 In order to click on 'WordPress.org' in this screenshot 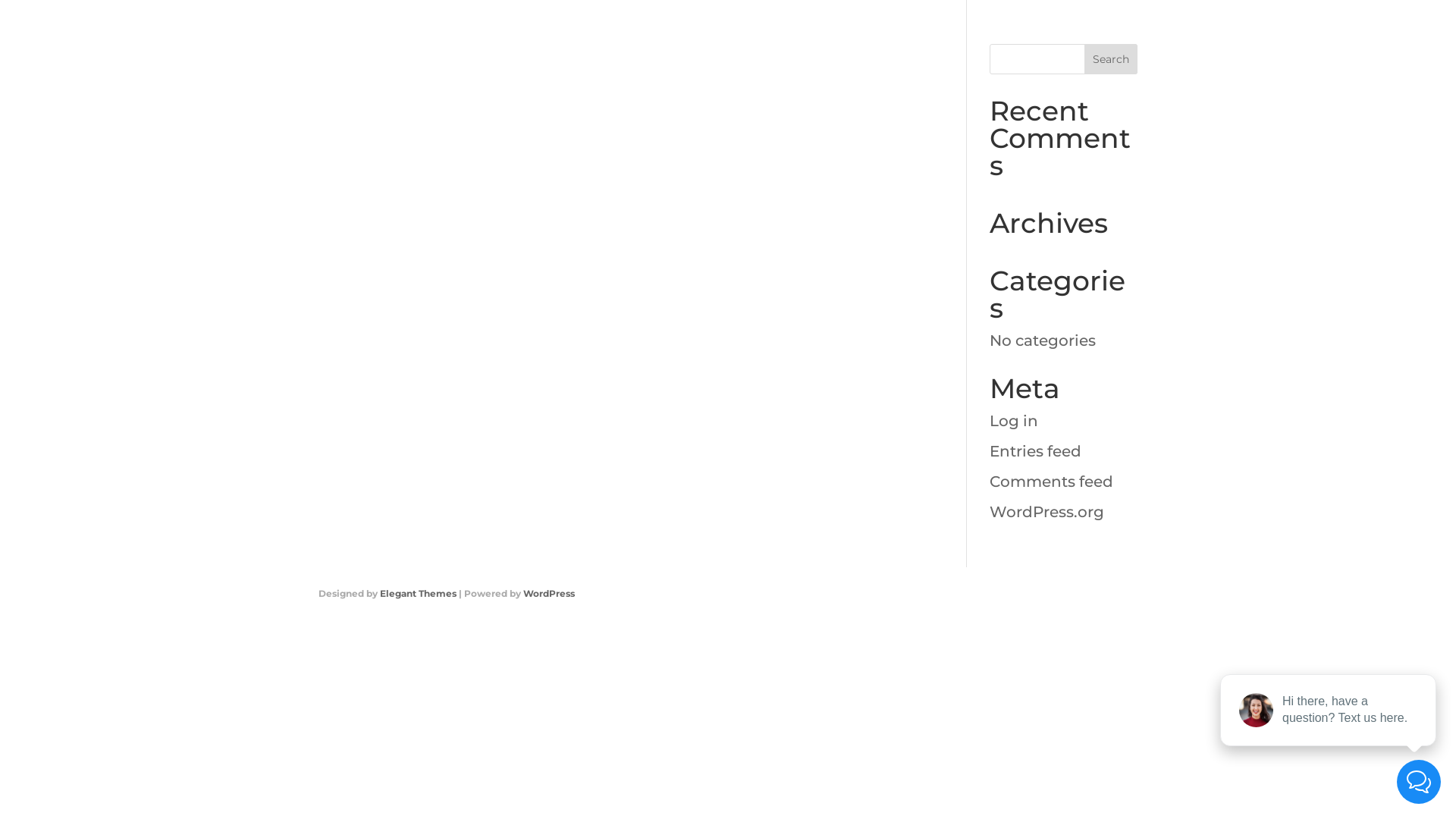, I will do `click(1046, 512)`.